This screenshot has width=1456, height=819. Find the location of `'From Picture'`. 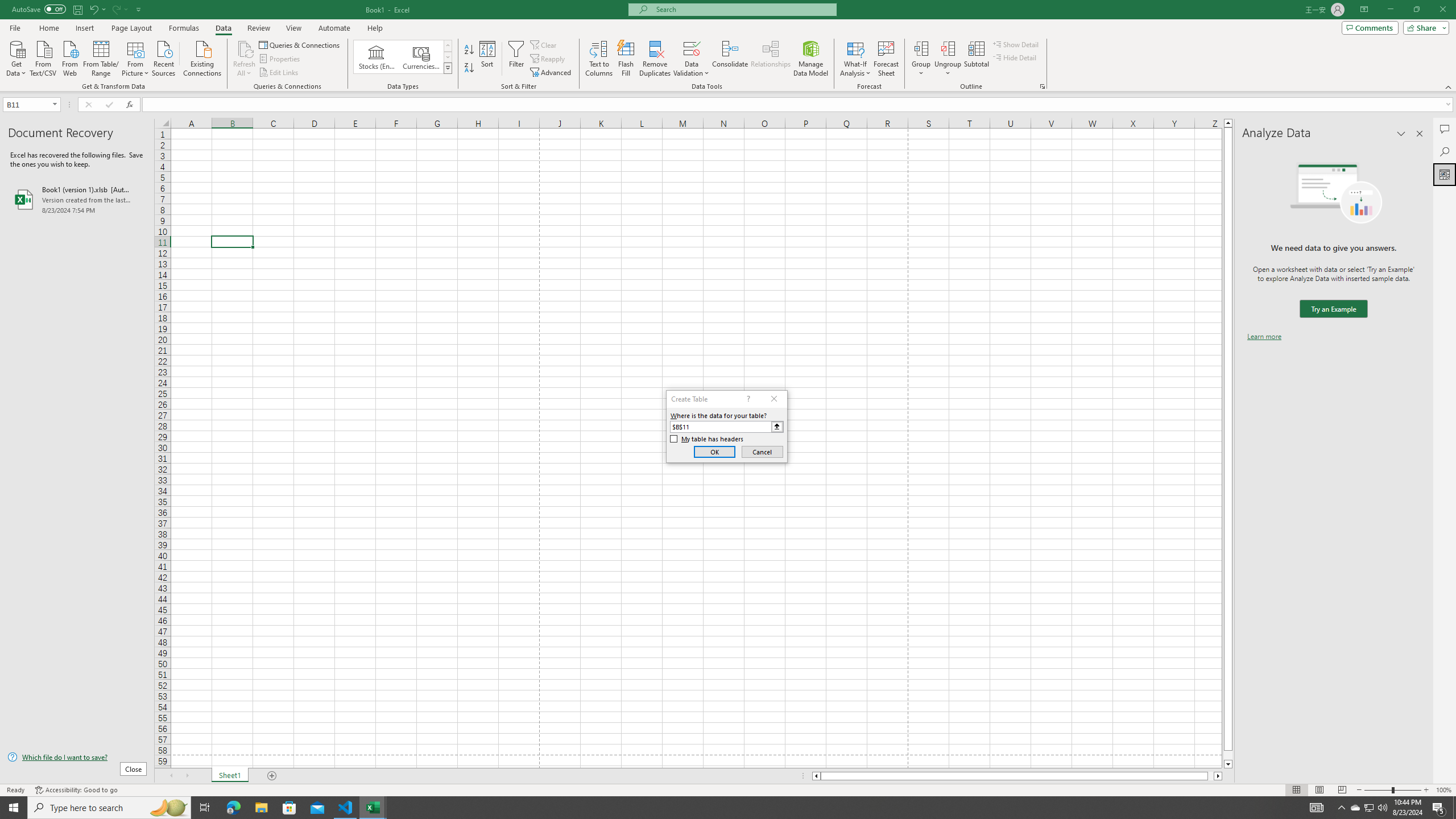

'From Picture' is located at coordinates (136, 57).